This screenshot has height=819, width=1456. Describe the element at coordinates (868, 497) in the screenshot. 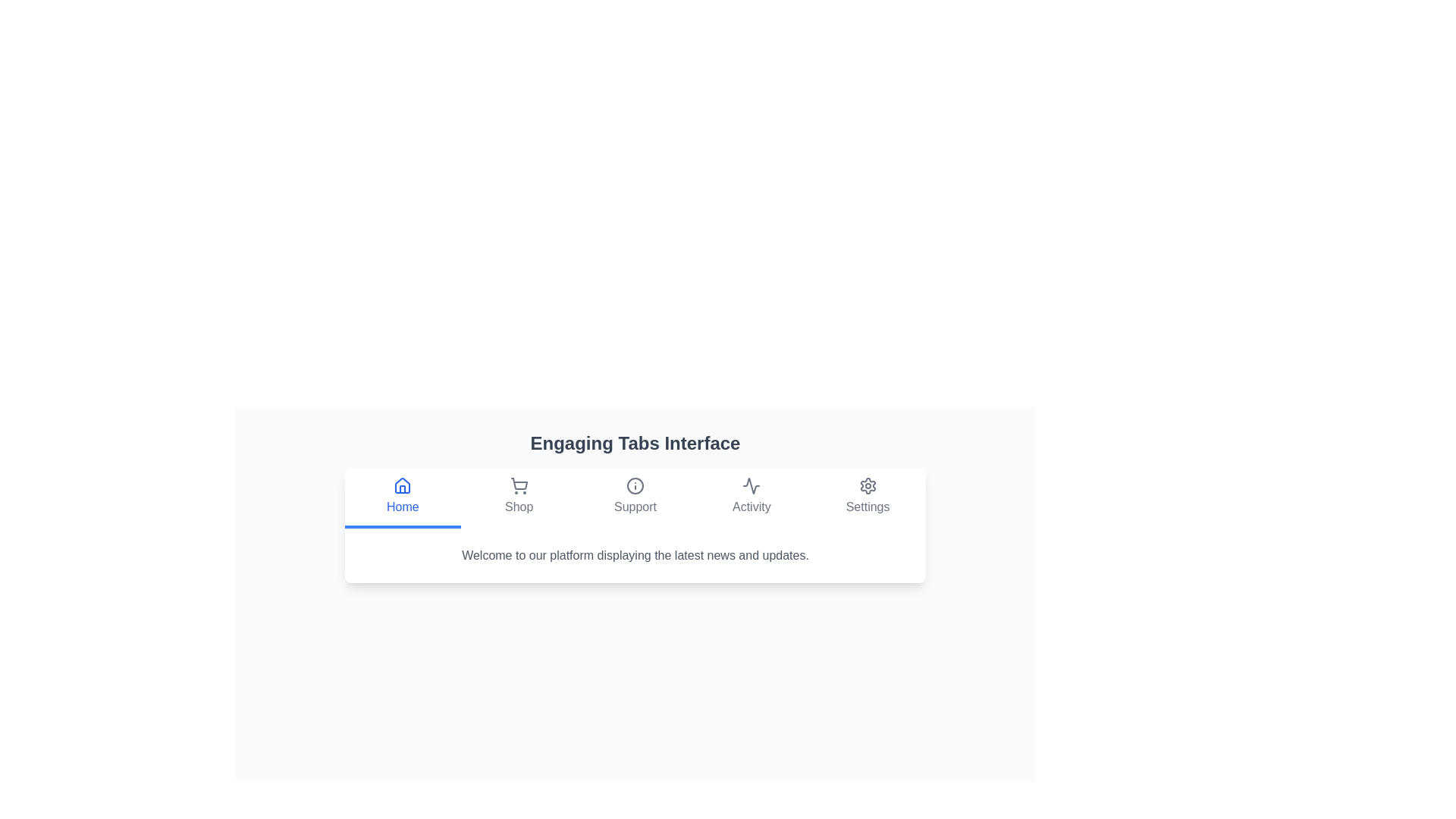

I see `the Navigation tab with a gear icon and the label 'Settings'` at that location.